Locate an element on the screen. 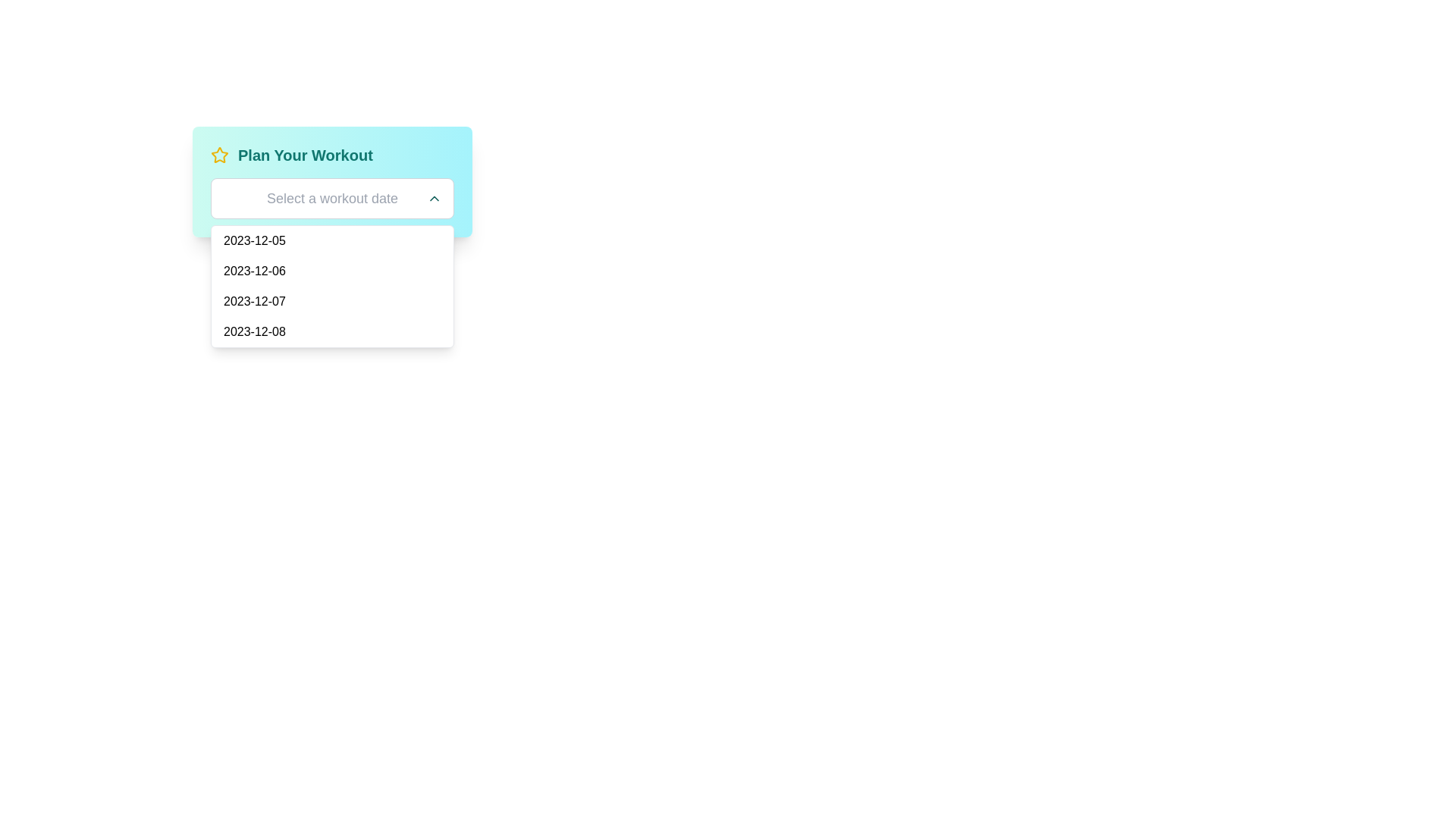  the date option in the dropdown list that appears below the 'Select a workout date' input field is located at coordinates (331, 287).